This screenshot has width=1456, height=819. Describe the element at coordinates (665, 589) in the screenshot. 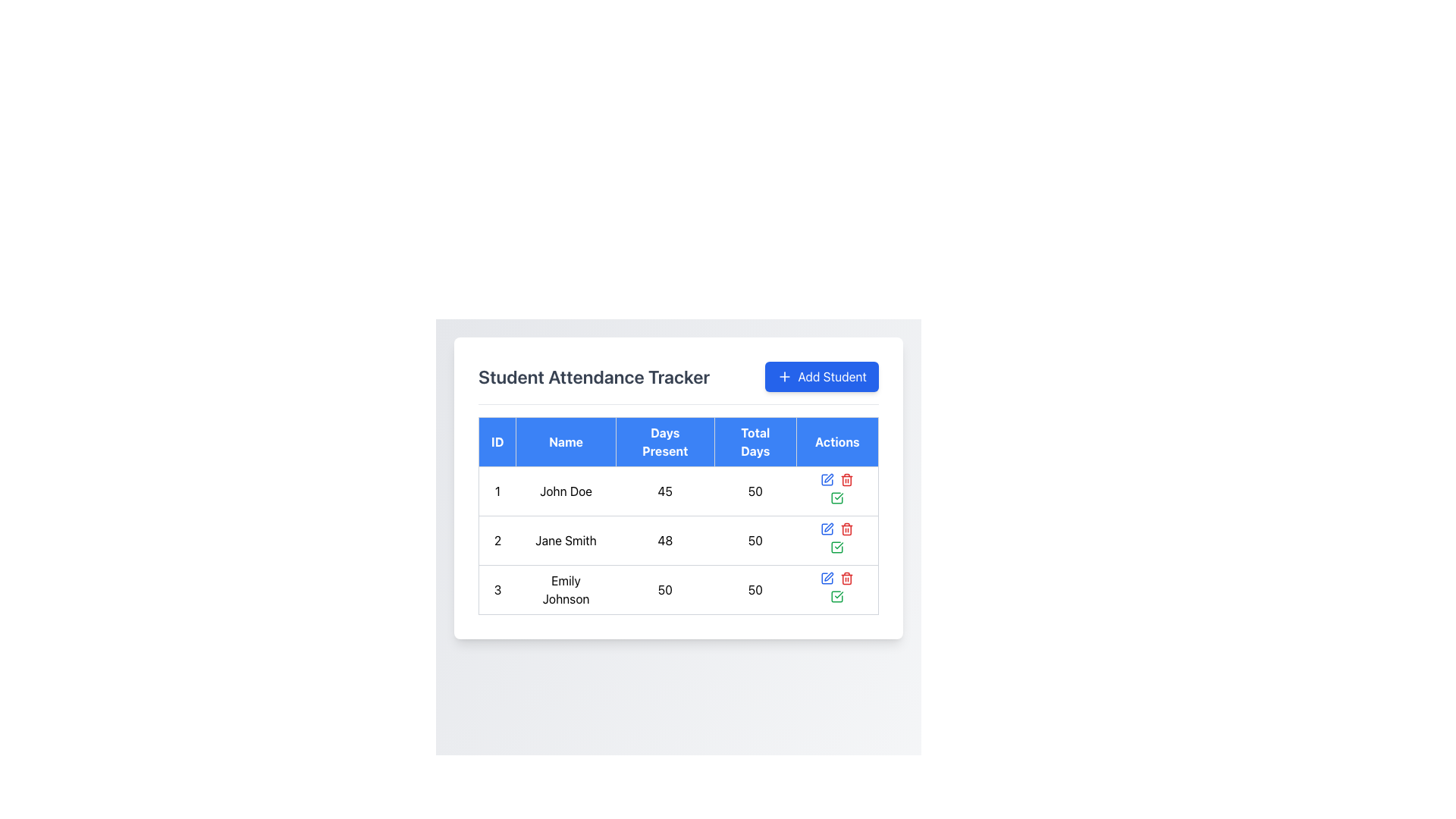

I see `the Text Display element that shows '50' in a sans-serif font, located in the third row under the 'Days Present' column of the table` at that location.